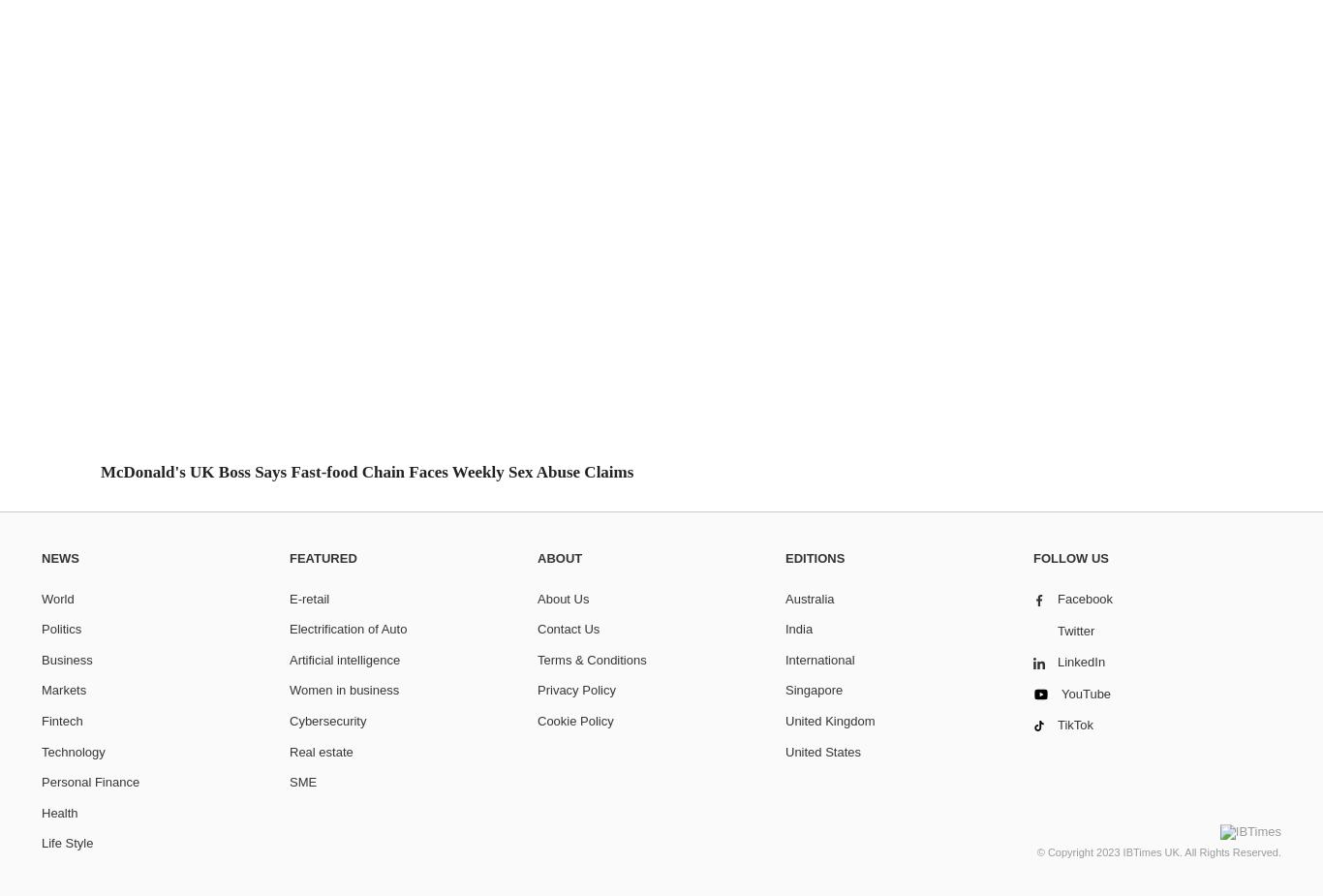  I want to click on 'Privacy Policy', so click(538, 690).